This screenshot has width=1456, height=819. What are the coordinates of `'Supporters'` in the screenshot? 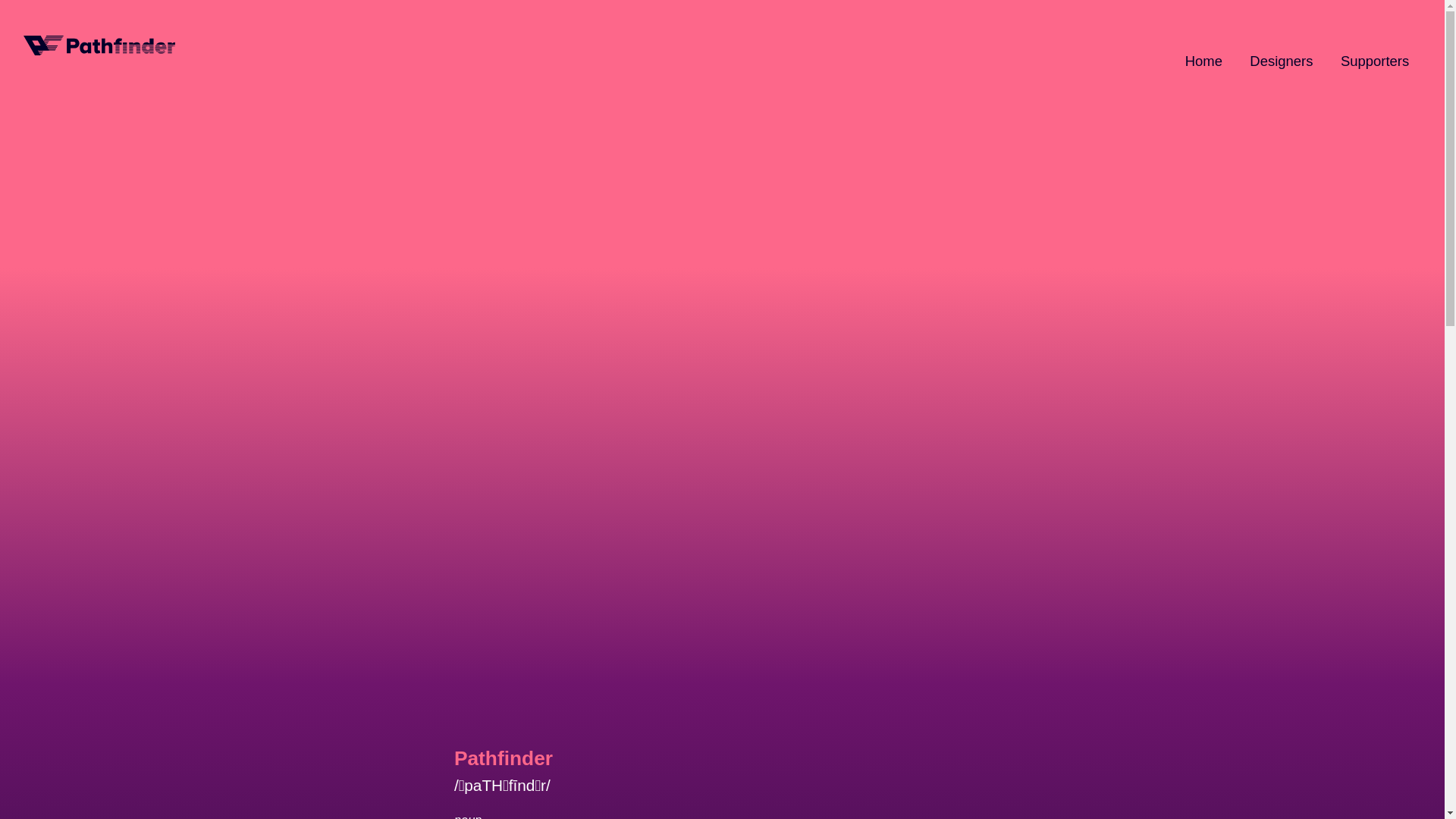 It's located at (1328, 60).